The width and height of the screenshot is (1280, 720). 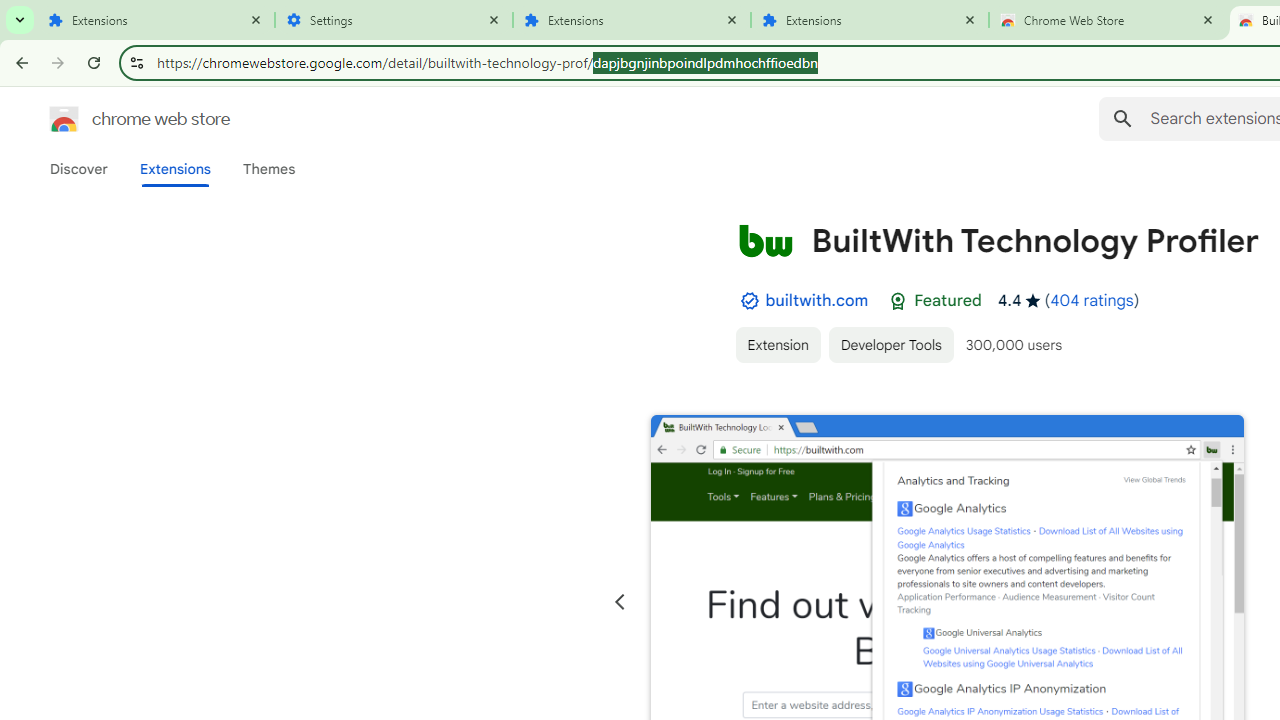 What do you see at coordinates (268, 168) in the screenshot?
I see `'Themes'` at bounding box center [268, 168].